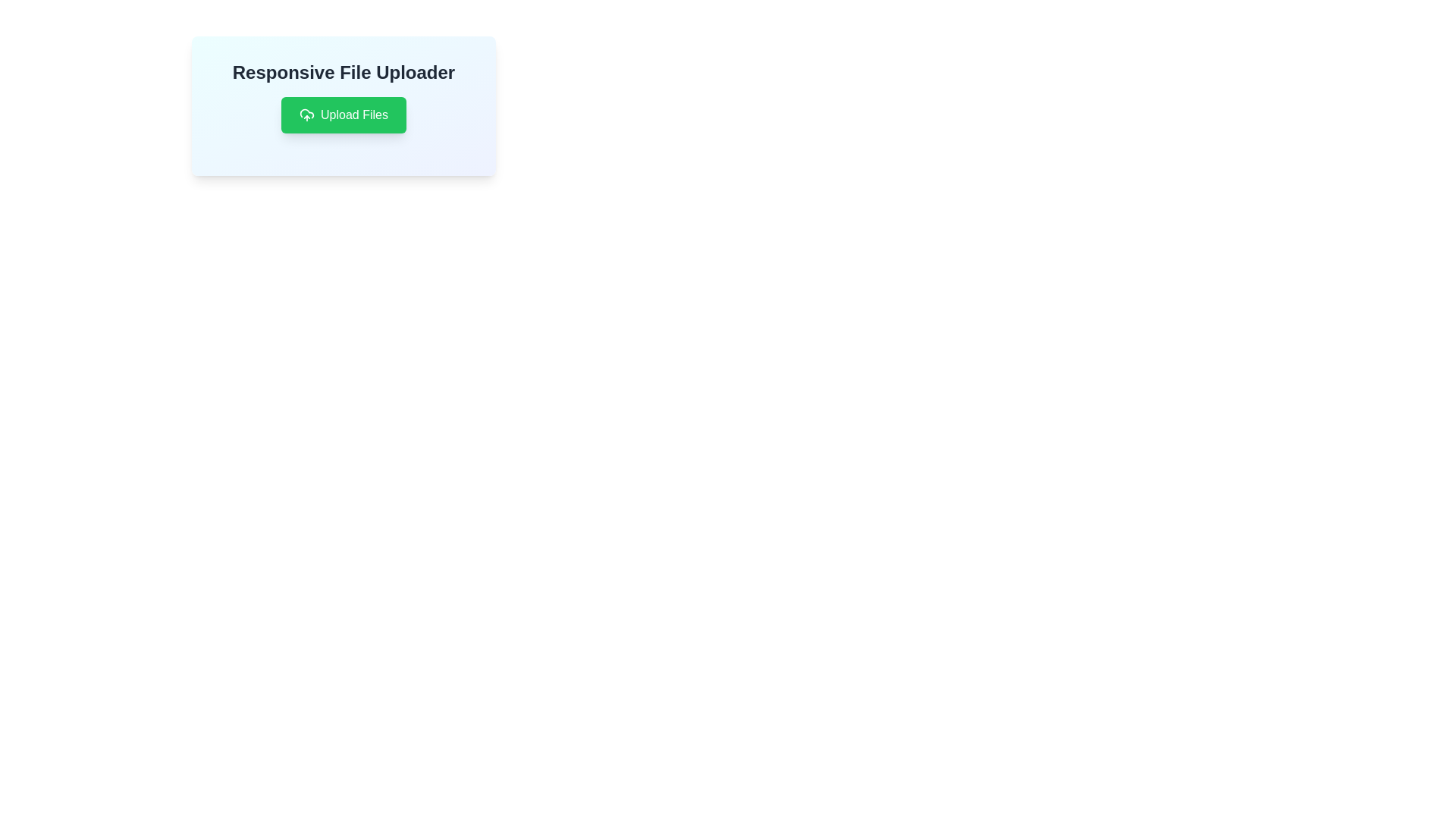 Image resolution: width=1456 pixels, height=819 pixels. What do you see at coordinates (343, 105) in the screenshot?
I see `the panel that contains a title and a button for file selection, located in the left-middle portion of the interface` at bounding box center [343, 105].